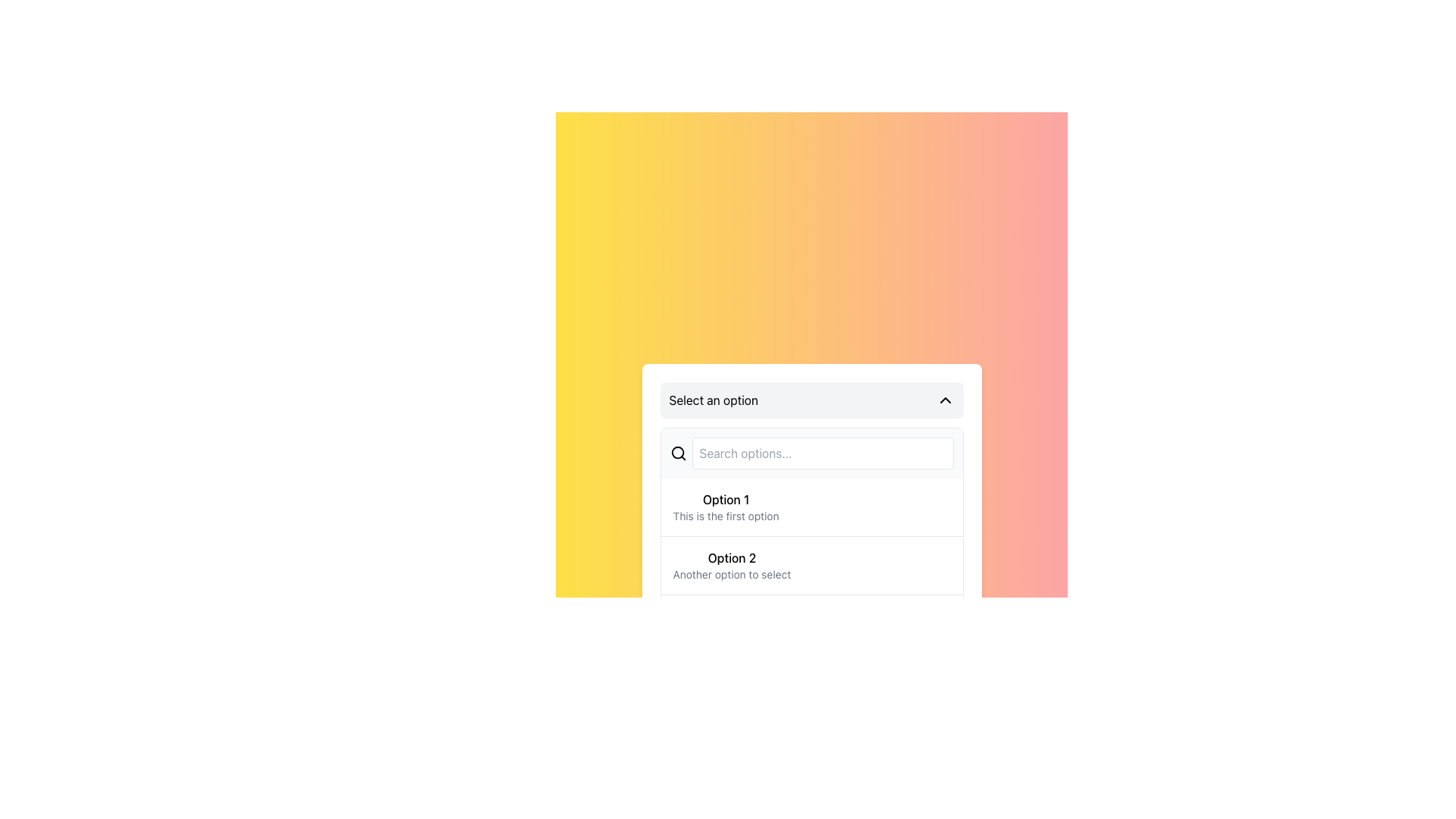 The height and width of the screenshot is (819, 1456). What do you see at coordinates (811, 565) in the screenshot?
I see `the Interactive List Item that allows users to select 'Option 2' in the dropdown menu` at bounding box center [811, 565].